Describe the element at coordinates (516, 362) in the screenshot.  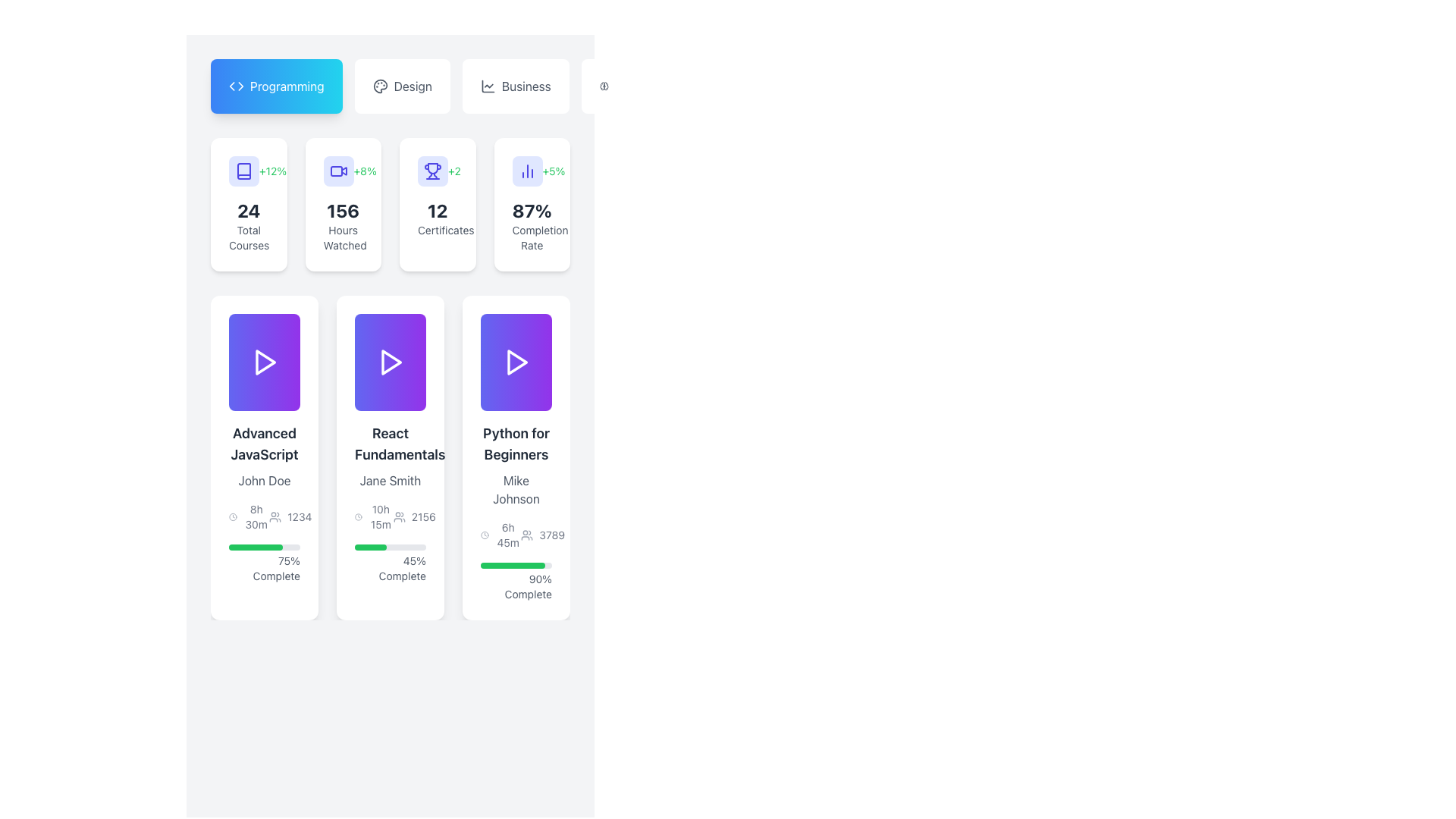
I see `the SVG graphical play button located in the third card labeled 'Python for Beginners'` at that location.